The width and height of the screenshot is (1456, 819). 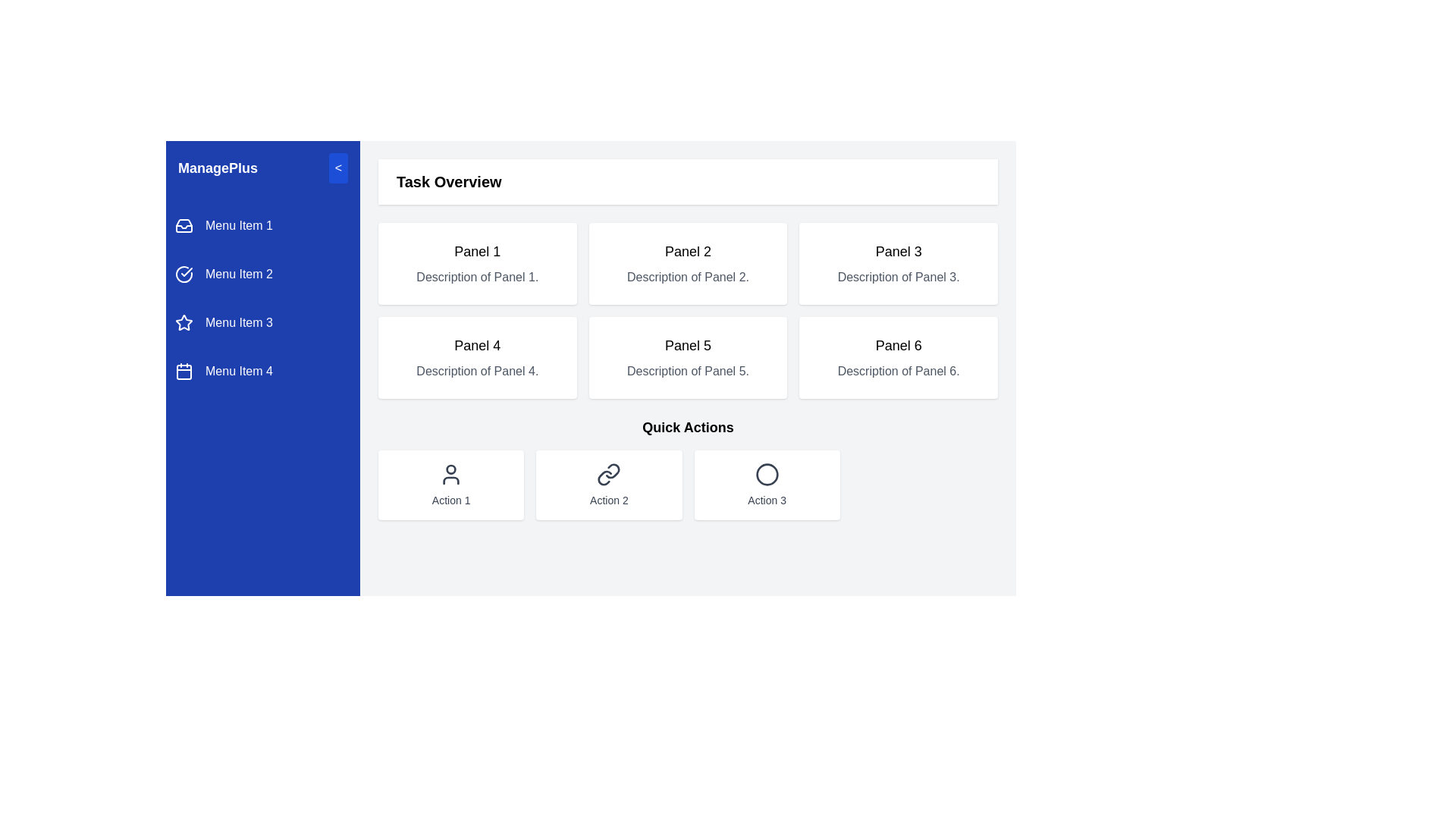 I want to click on the 'Menu Item 3' text label in the vertical navigation menu, so click(x=238, y=322).